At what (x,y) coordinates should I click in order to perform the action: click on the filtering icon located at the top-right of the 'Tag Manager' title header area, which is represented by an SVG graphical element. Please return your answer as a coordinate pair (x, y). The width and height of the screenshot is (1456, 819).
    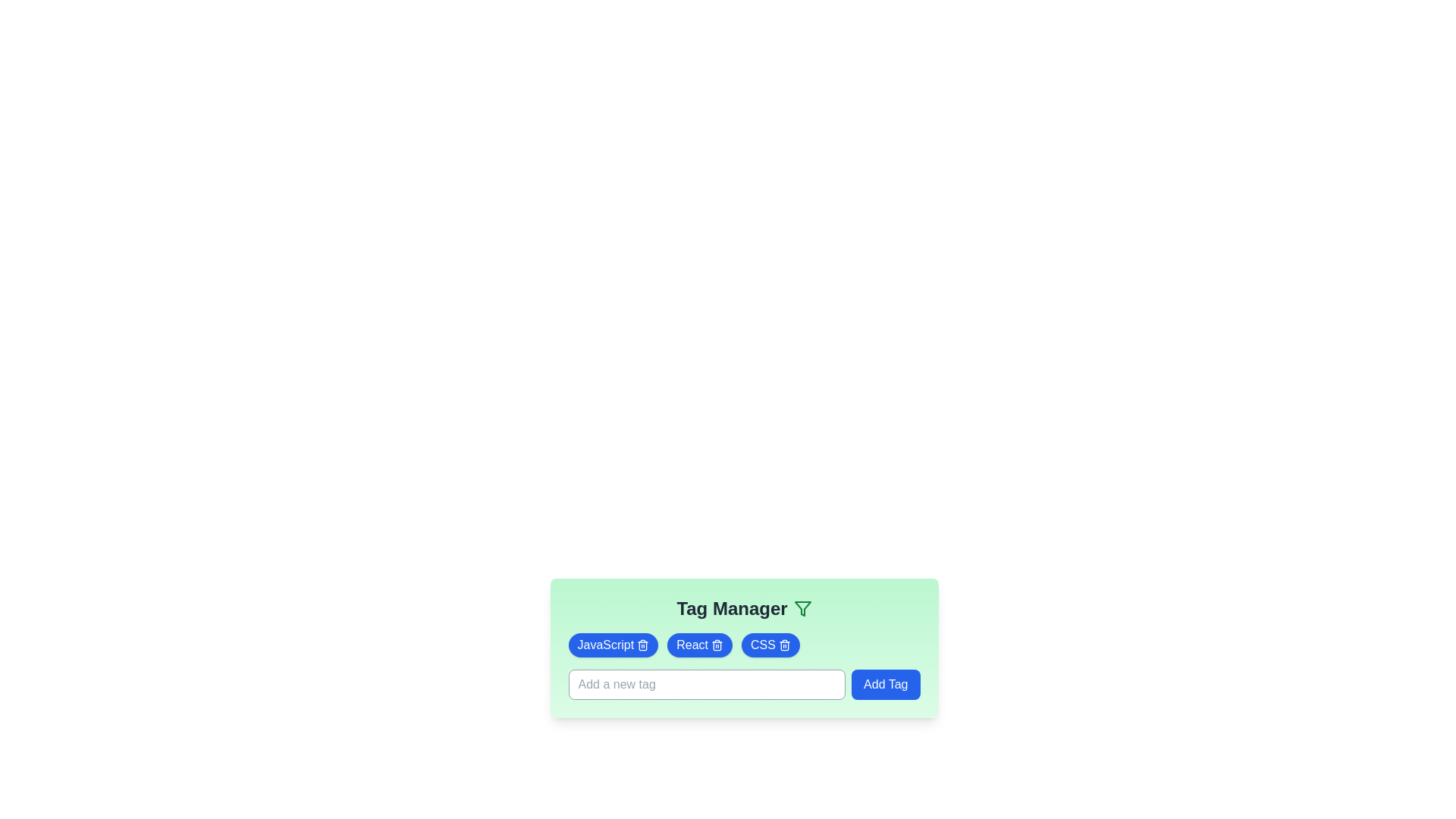
    Looking at the image, I should click on (802, 607).